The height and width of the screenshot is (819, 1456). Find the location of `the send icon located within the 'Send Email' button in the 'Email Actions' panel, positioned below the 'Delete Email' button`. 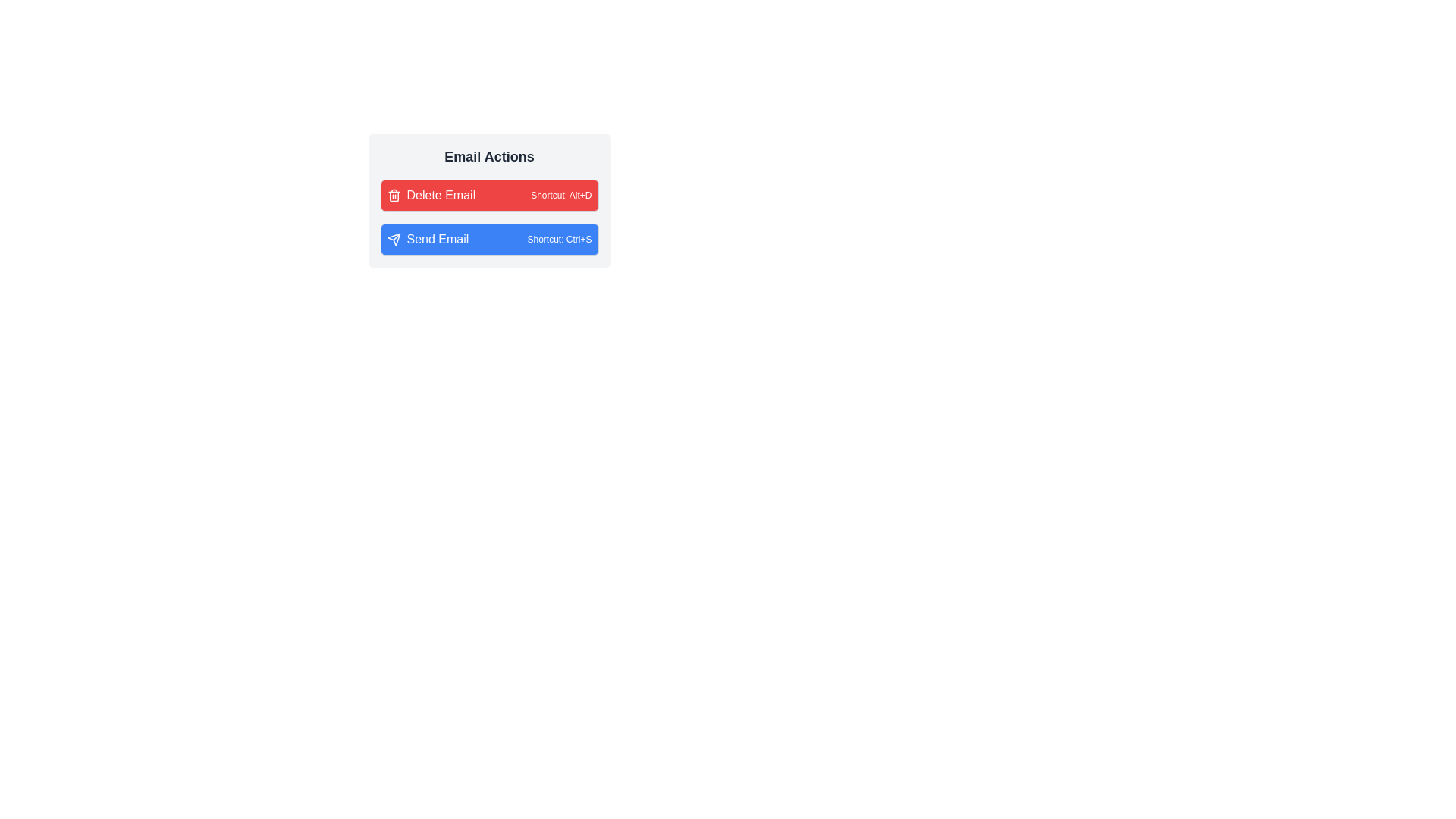

the send icon located within the 'Send Email' button in the 'Email Actions' panel, positioned below the 'Delete Email' button is located at coordinates (394, 239).